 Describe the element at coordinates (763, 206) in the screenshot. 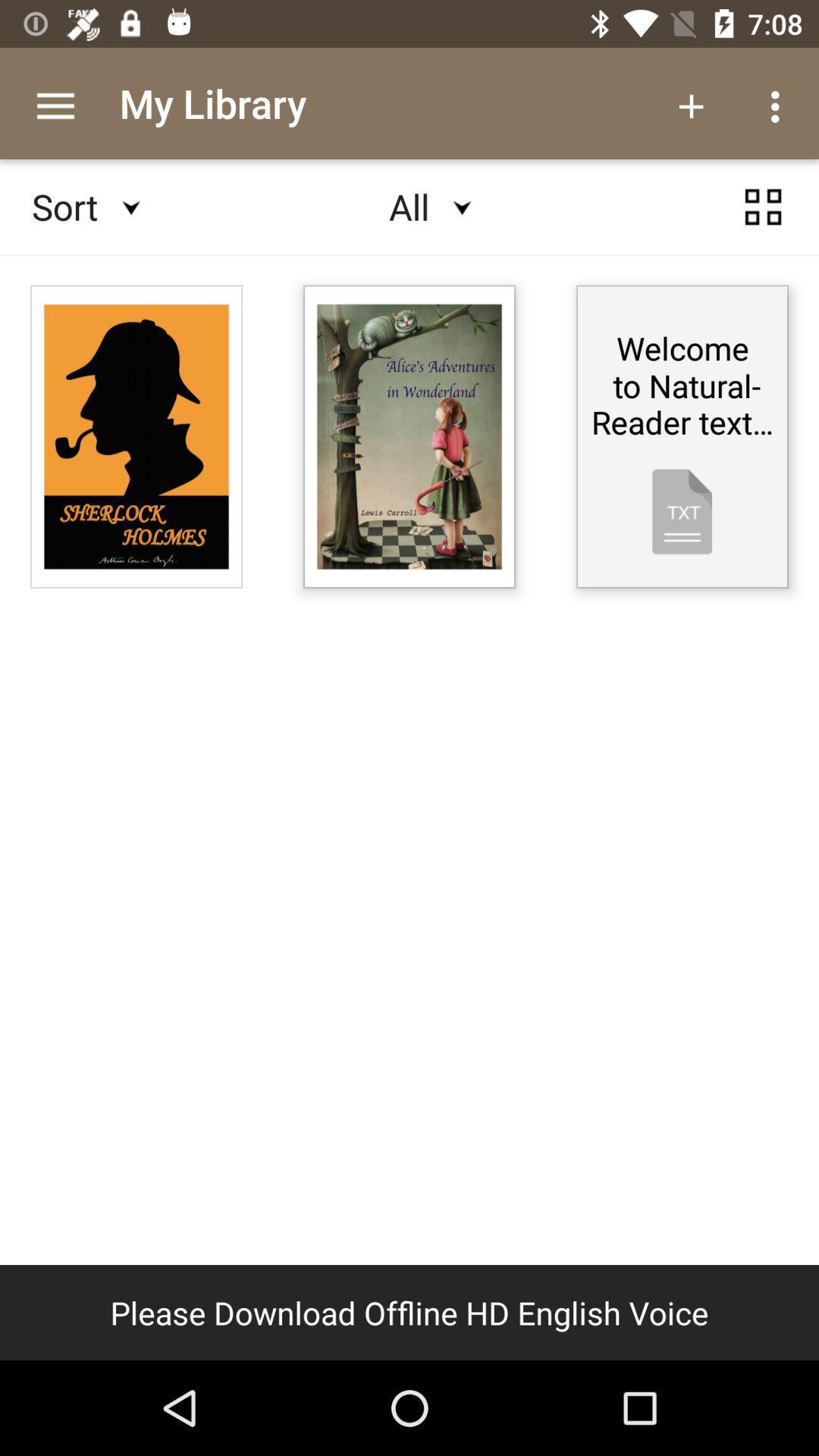

I see `menu` at that location.